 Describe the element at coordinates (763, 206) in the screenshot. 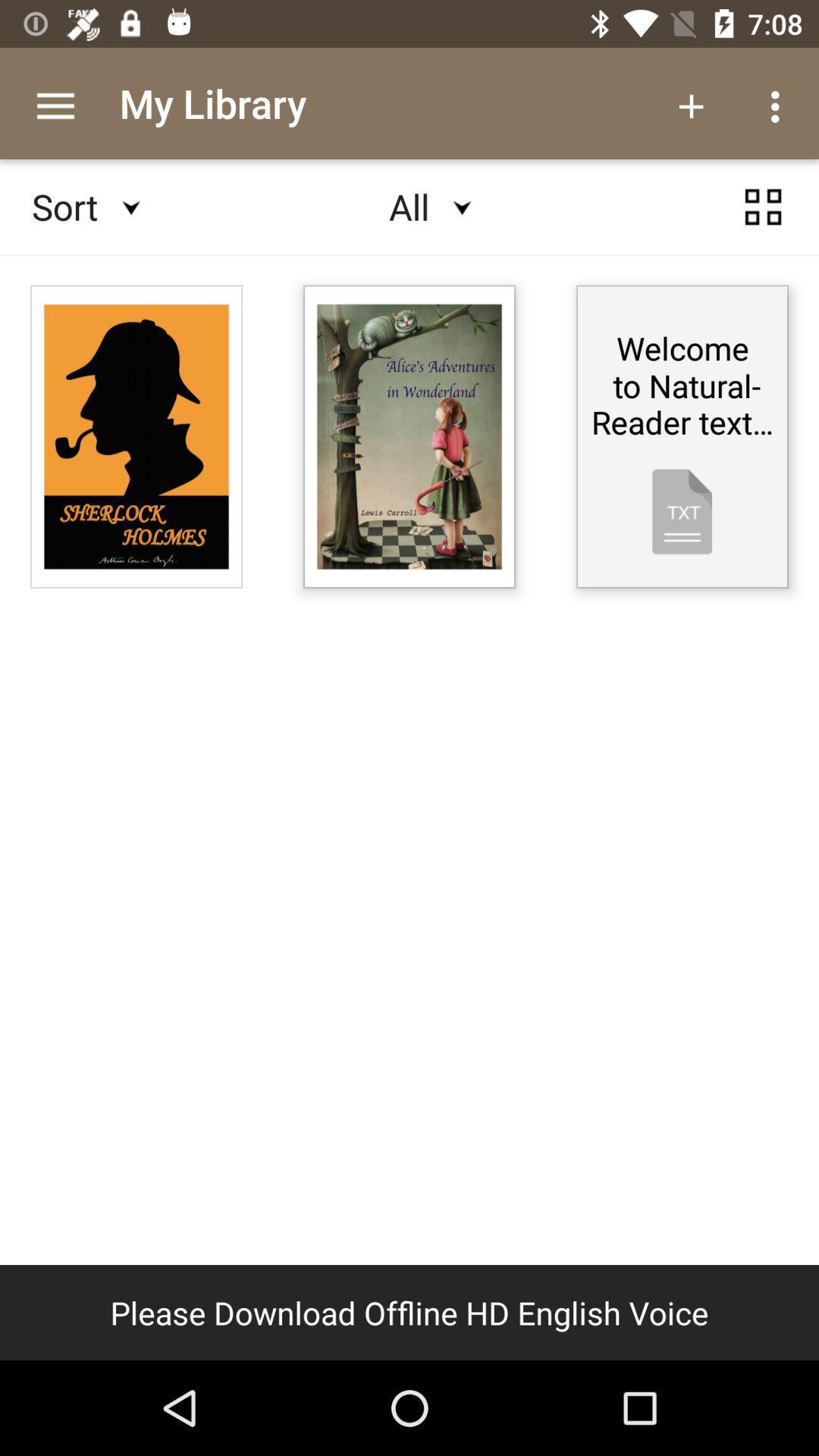

I see `menu` at that location.